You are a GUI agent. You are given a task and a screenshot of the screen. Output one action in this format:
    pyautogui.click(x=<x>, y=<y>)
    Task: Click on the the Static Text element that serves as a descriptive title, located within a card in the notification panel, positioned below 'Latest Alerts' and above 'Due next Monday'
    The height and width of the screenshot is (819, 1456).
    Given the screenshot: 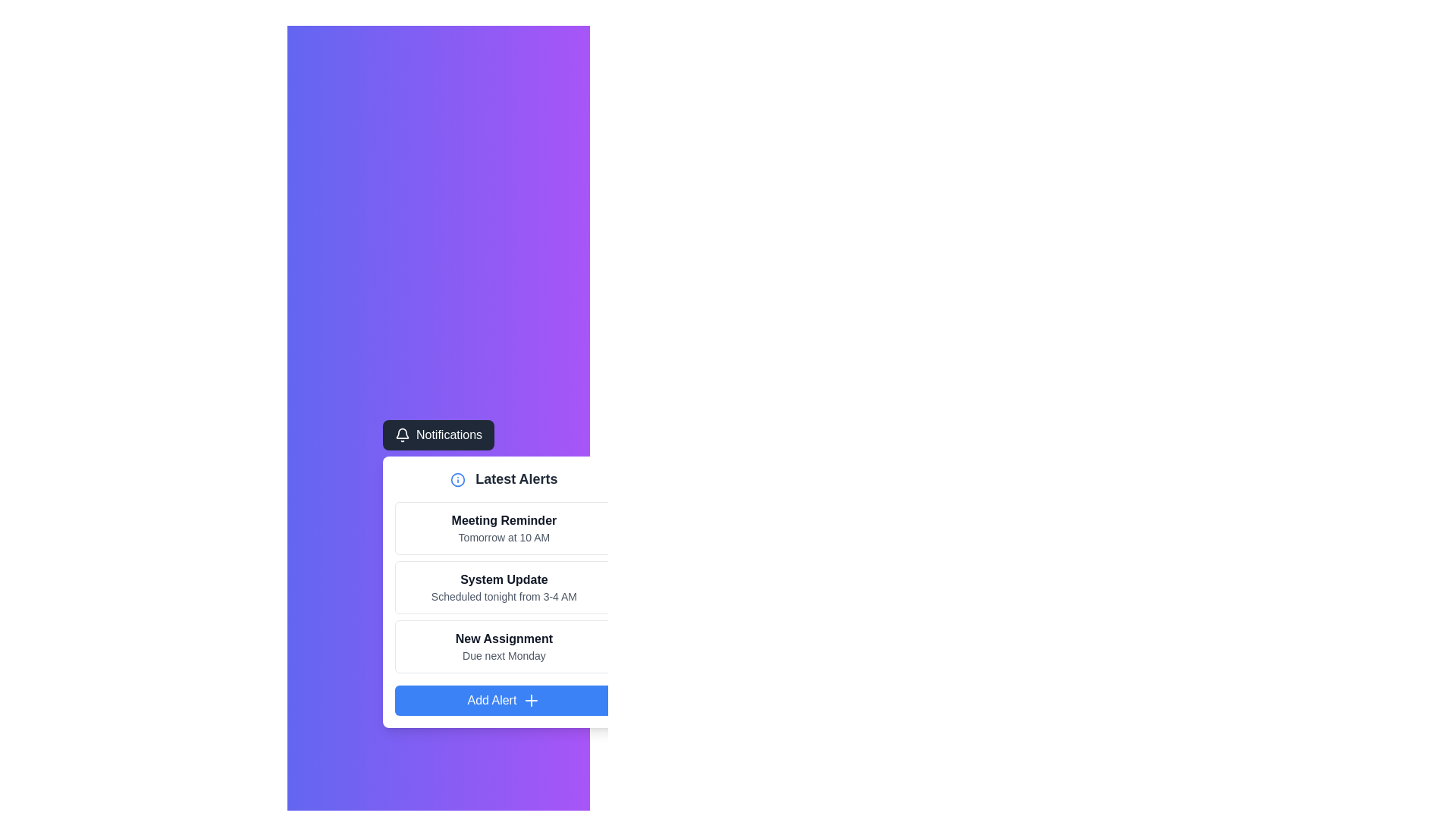 What is the action you would take?
    pyautogui.click(x=504, y=639)
    